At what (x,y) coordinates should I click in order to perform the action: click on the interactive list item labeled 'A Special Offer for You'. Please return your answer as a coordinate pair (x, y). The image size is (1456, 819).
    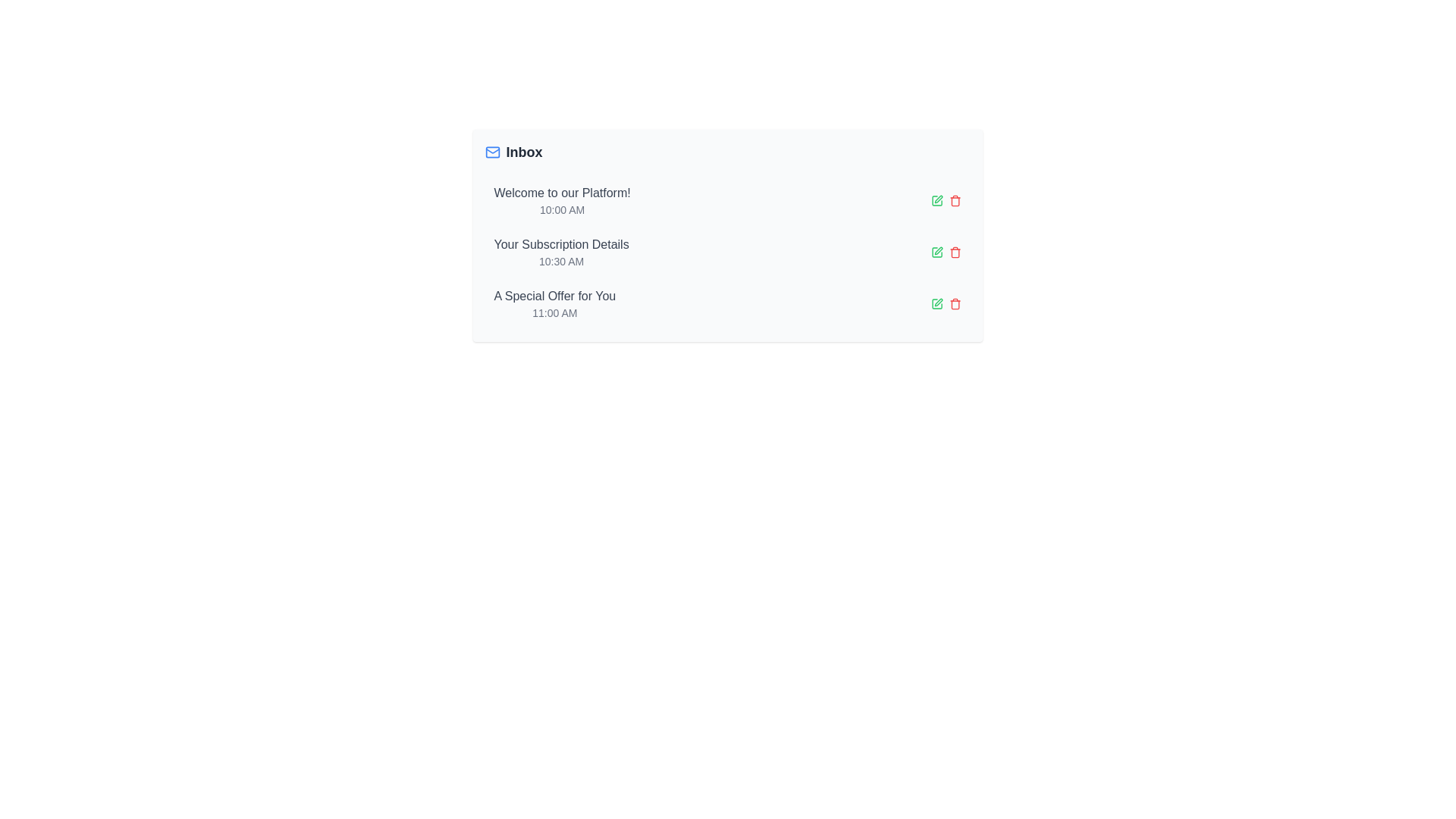
    Looking at the image, I should click on (726, 304).